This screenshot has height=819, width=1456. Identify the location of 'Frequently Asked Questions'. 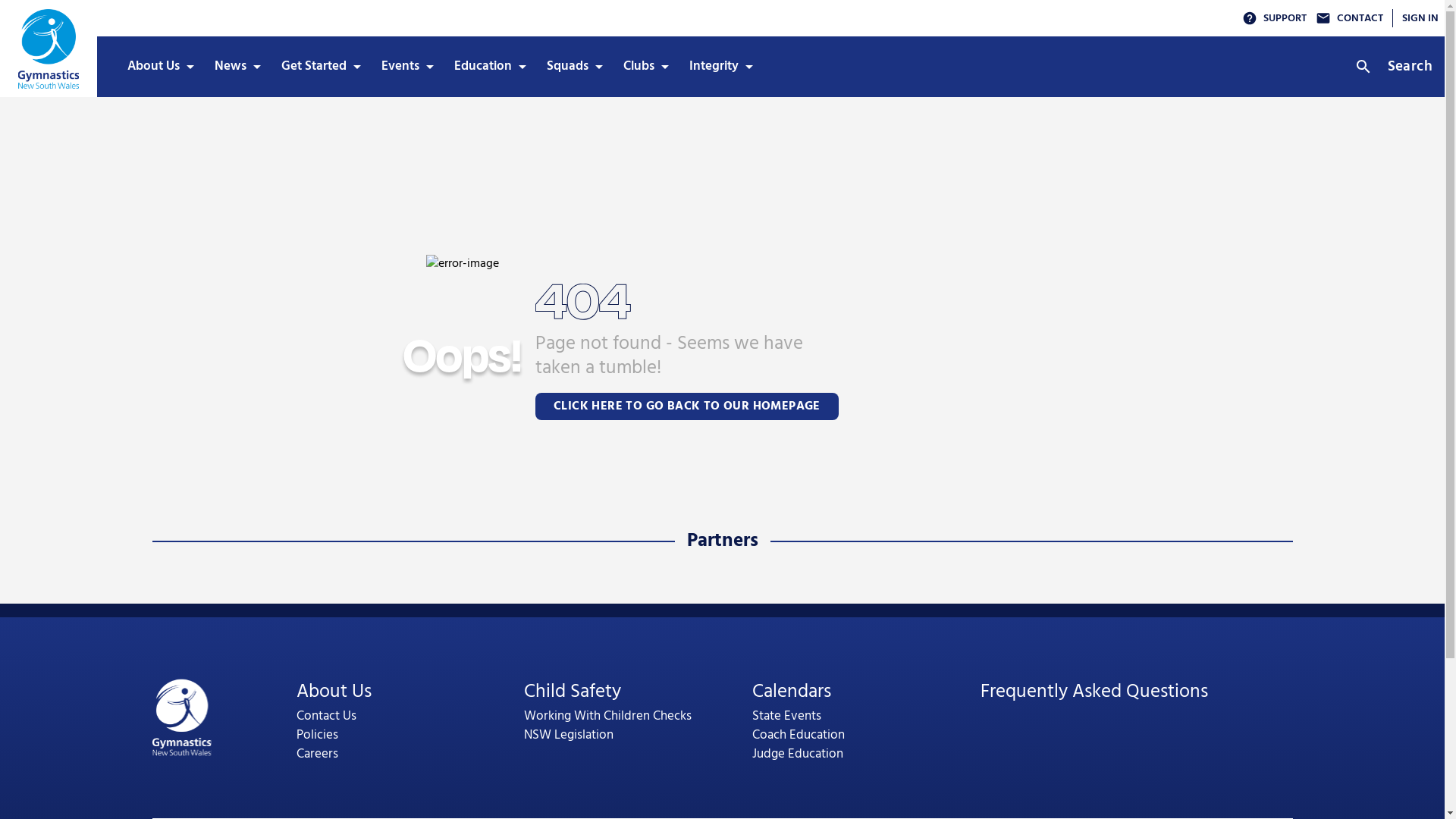
(1094, 692).